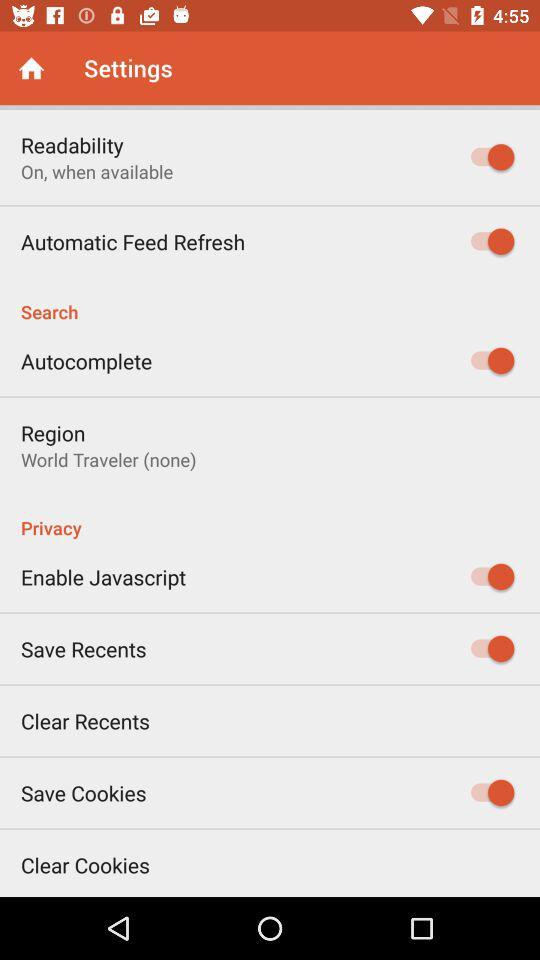  What do you see at coordinates (270, 516) in the screenshot?
I see `privacy` at bounding box center [270, 516].